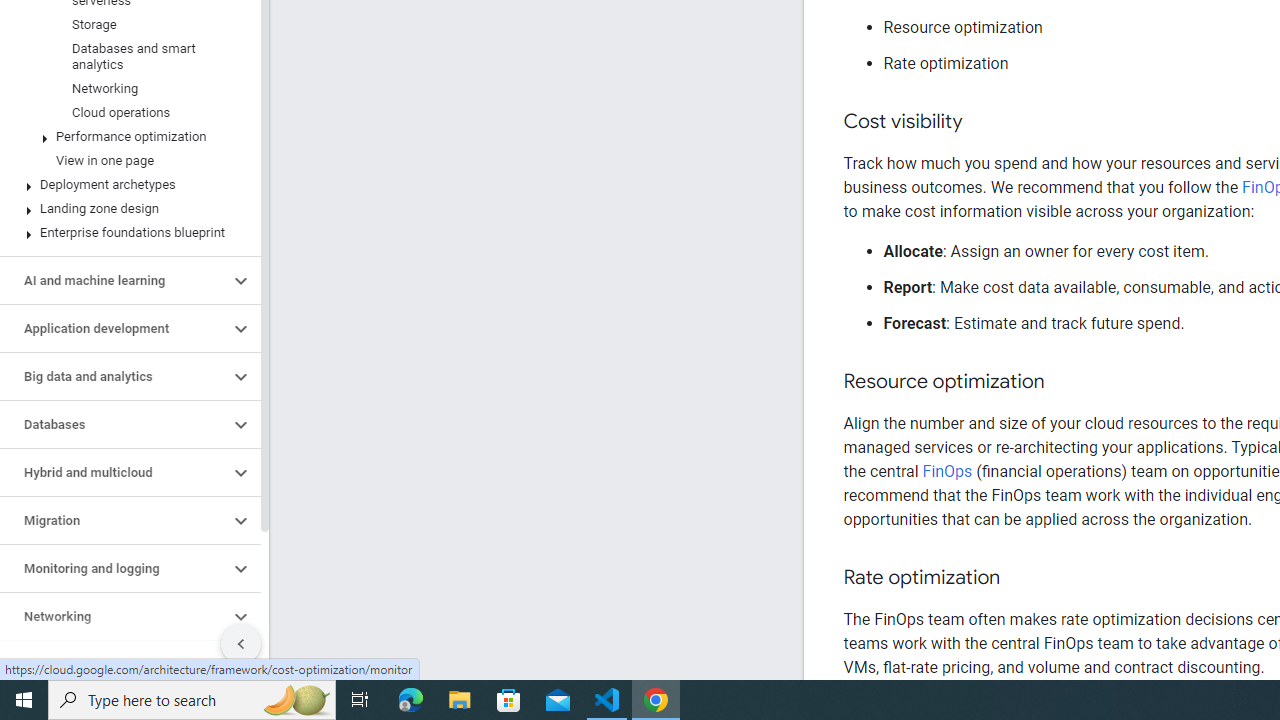 The width and height of the screenshot is (1280, 720). I want to click on 'Performance optimization', so click(125, 136).